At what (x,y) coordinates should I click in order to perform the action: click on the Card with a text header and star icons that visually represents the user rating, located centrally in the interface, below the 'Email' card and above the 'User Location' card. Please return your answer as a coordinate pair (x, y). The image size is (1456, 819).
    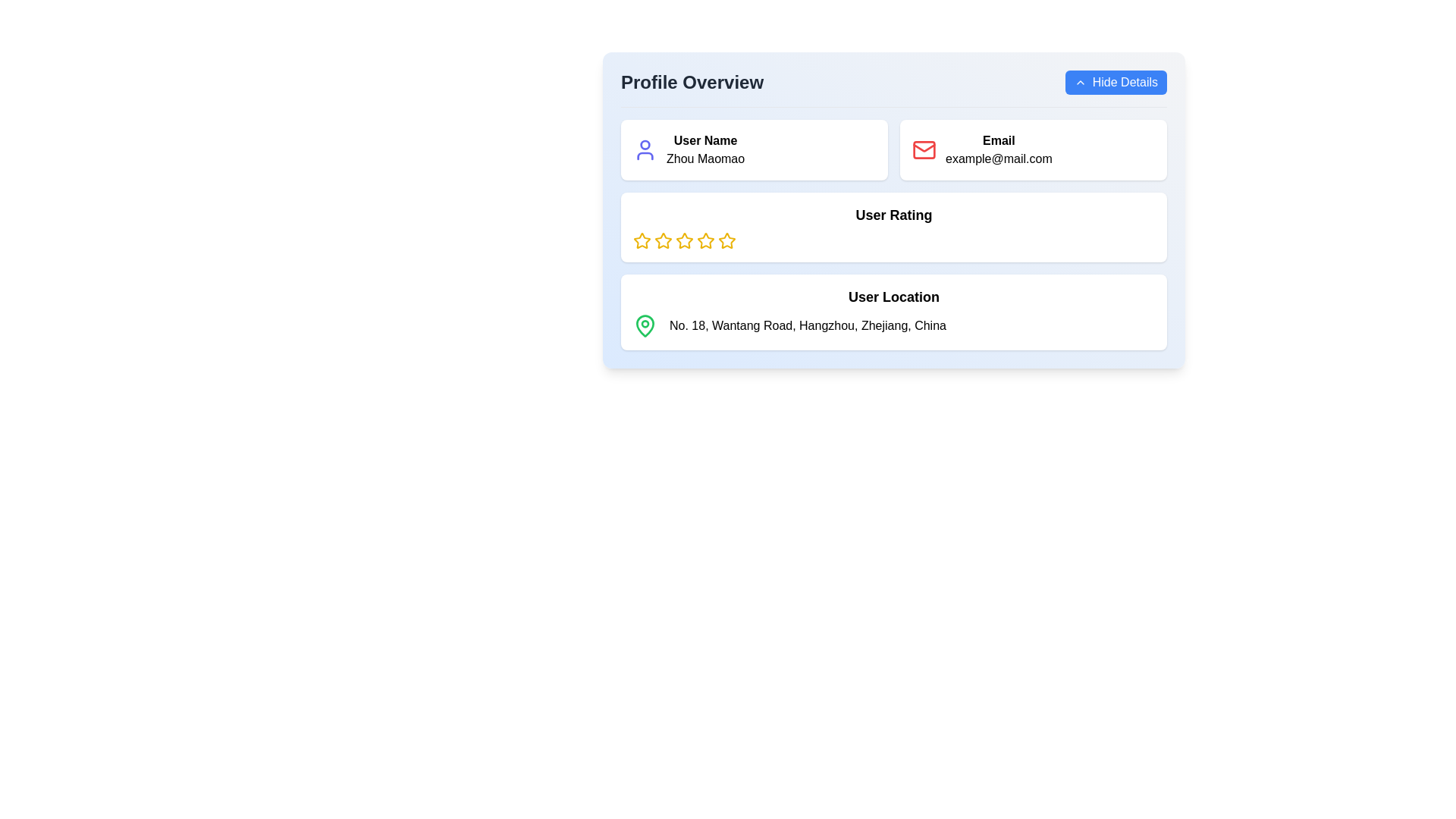
    Looking at the image, I should click on (894, 227).